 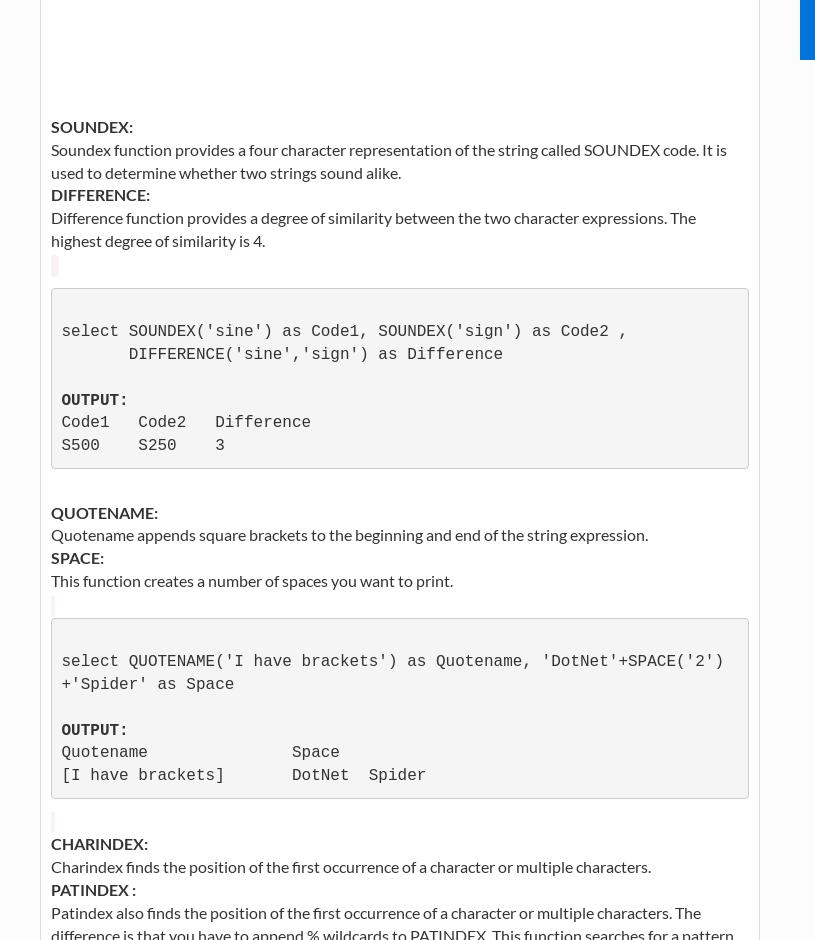 I want to click on 'S500	S250	3', so click(x=59, y=445).